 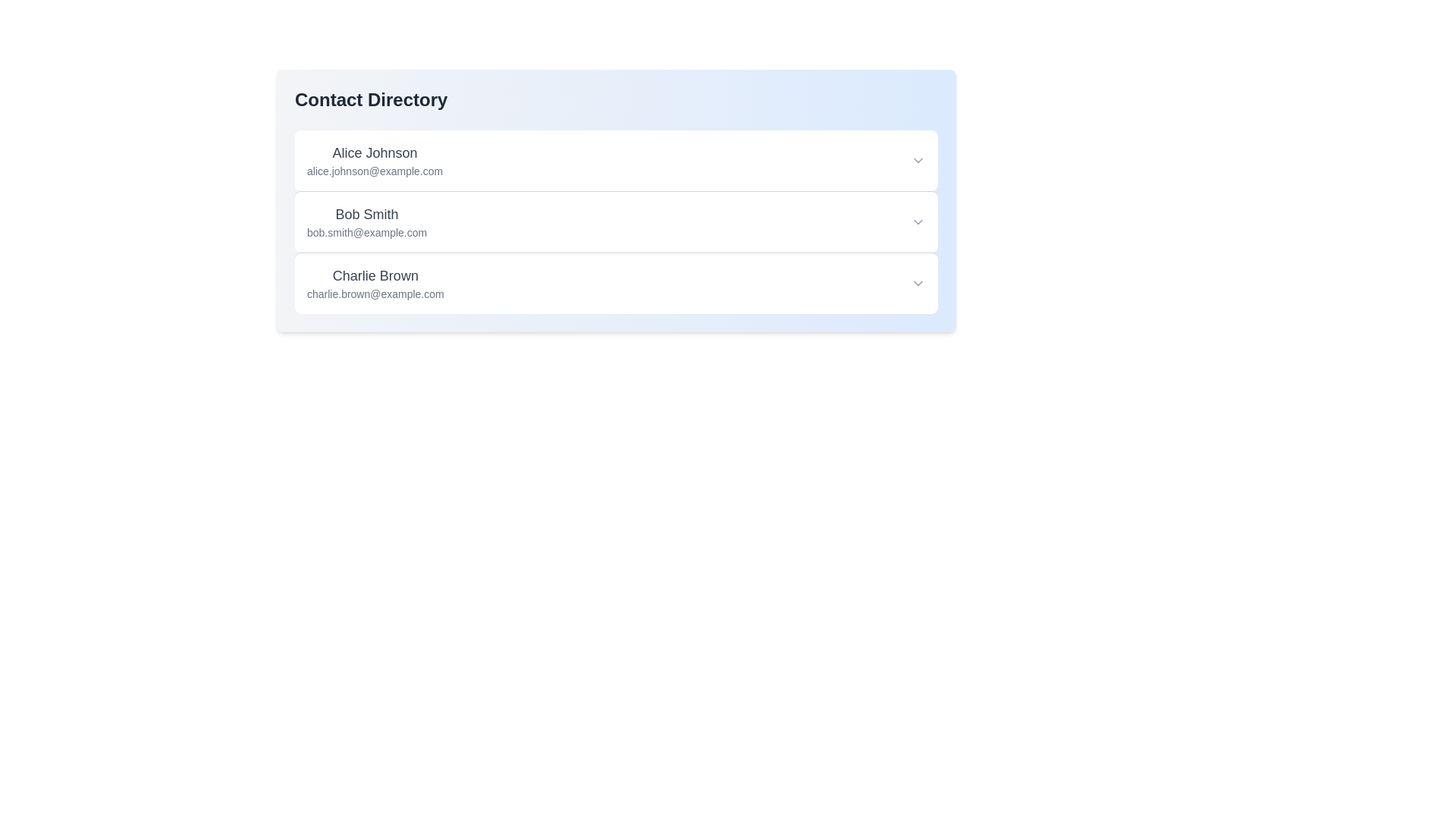 I want to click on the Text Label that indicates the name of the individual within the Contact Directory, positioned below 'Alice Johnson' and 'Bob Smith', and above 'charlie.brown@example.com', so click(x=375, y=275).